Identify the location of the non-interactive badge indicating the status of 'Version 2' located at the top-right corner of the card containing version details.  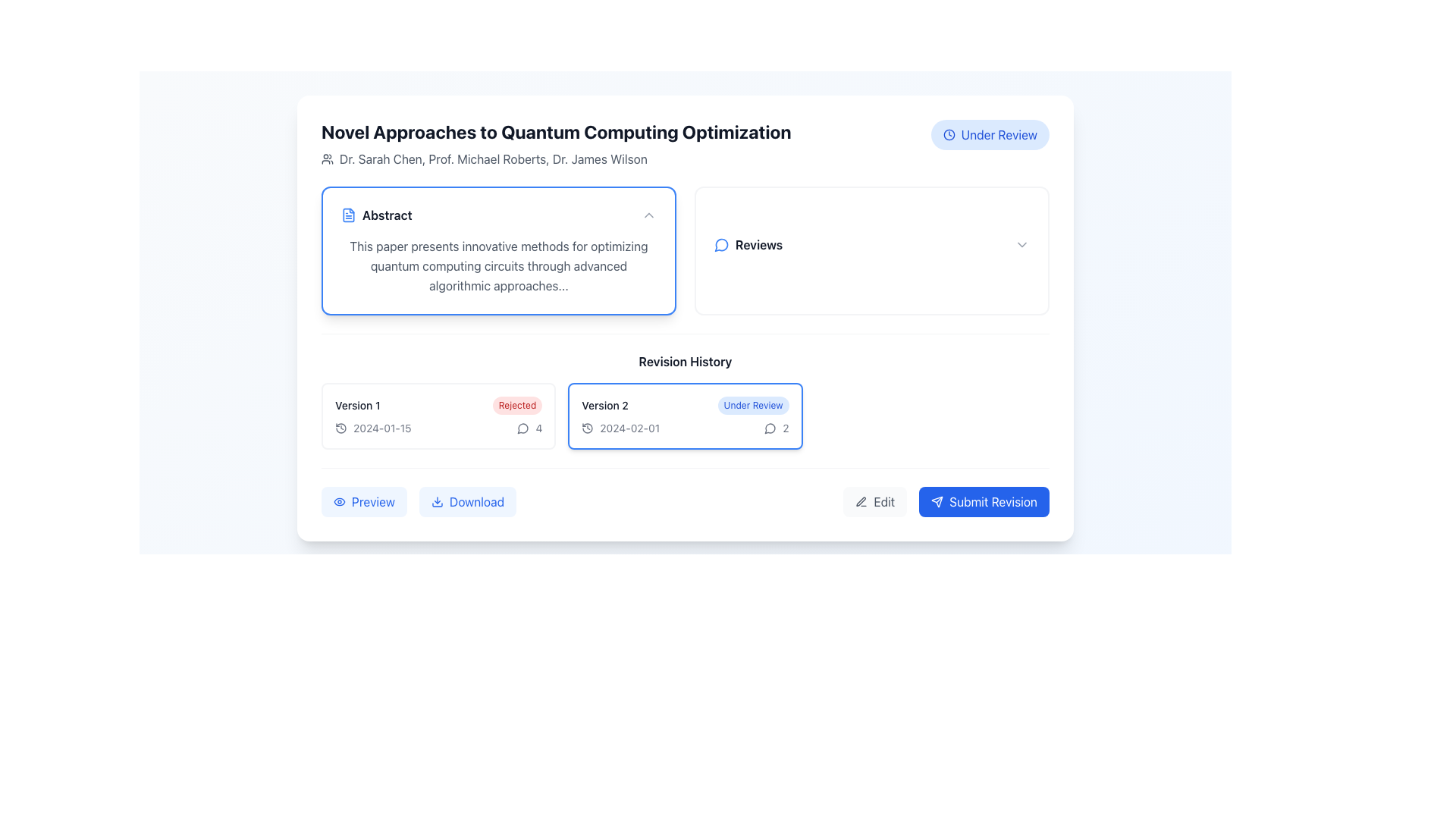
(753, 405).